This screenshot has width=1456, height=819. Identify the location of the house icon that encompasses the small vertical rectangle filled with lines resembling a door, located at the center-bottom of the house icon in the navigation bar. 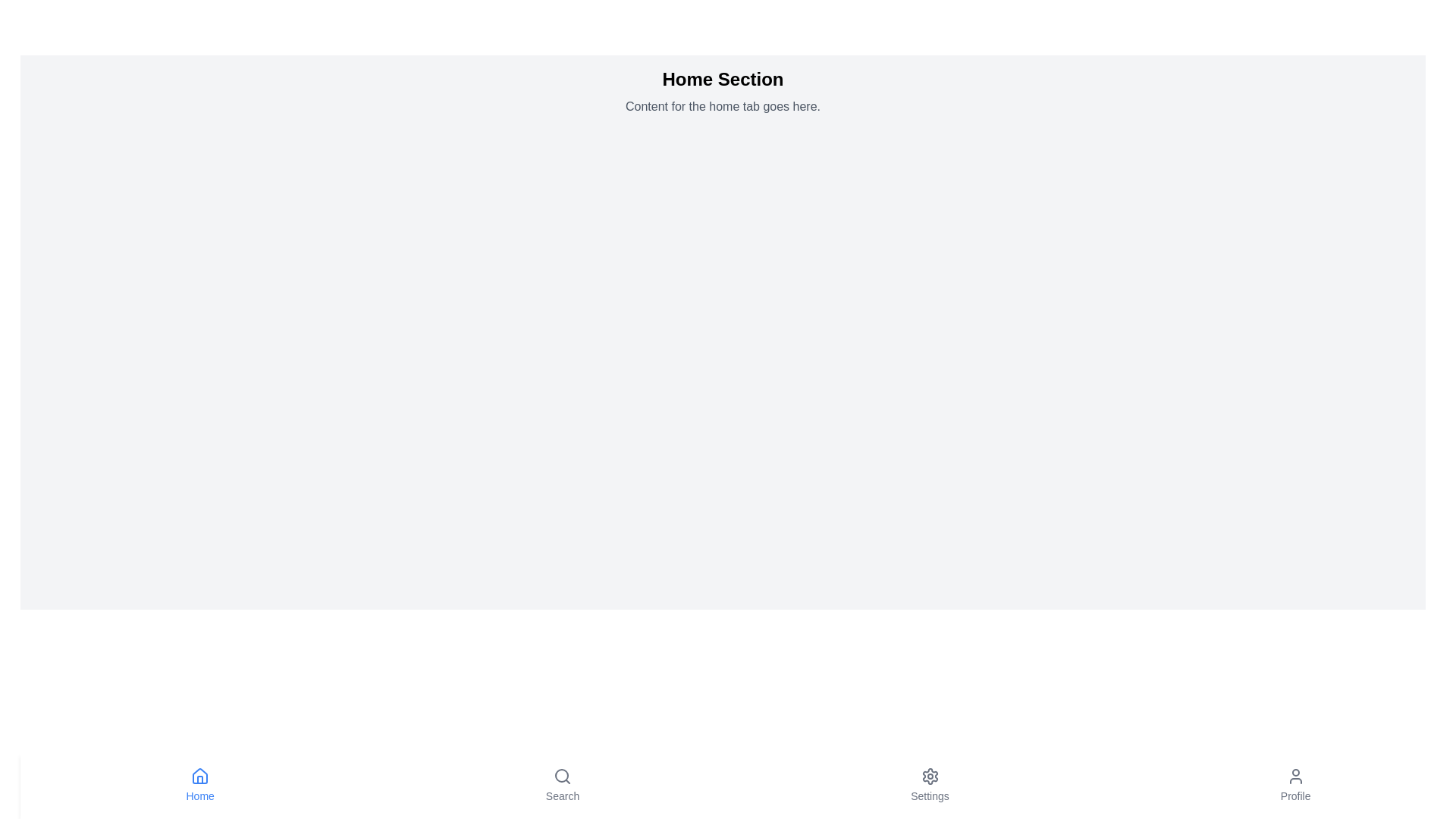
(199, 780).